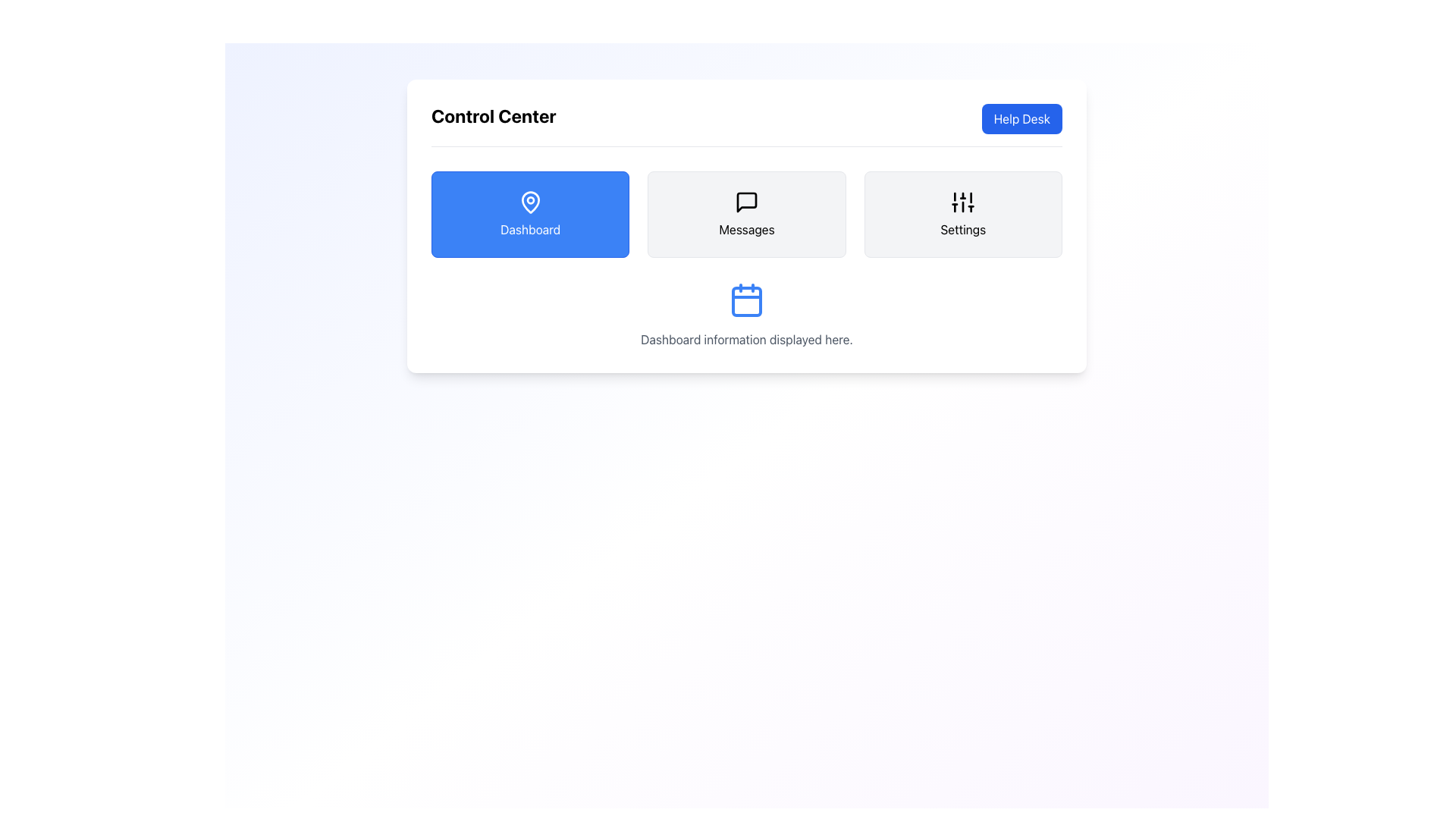 This screenshot has height=819, width=1456. I want to click on the informational component featuring a blue calendar icon and the text 'Dashboard information displayed here.', so click(746, 315).